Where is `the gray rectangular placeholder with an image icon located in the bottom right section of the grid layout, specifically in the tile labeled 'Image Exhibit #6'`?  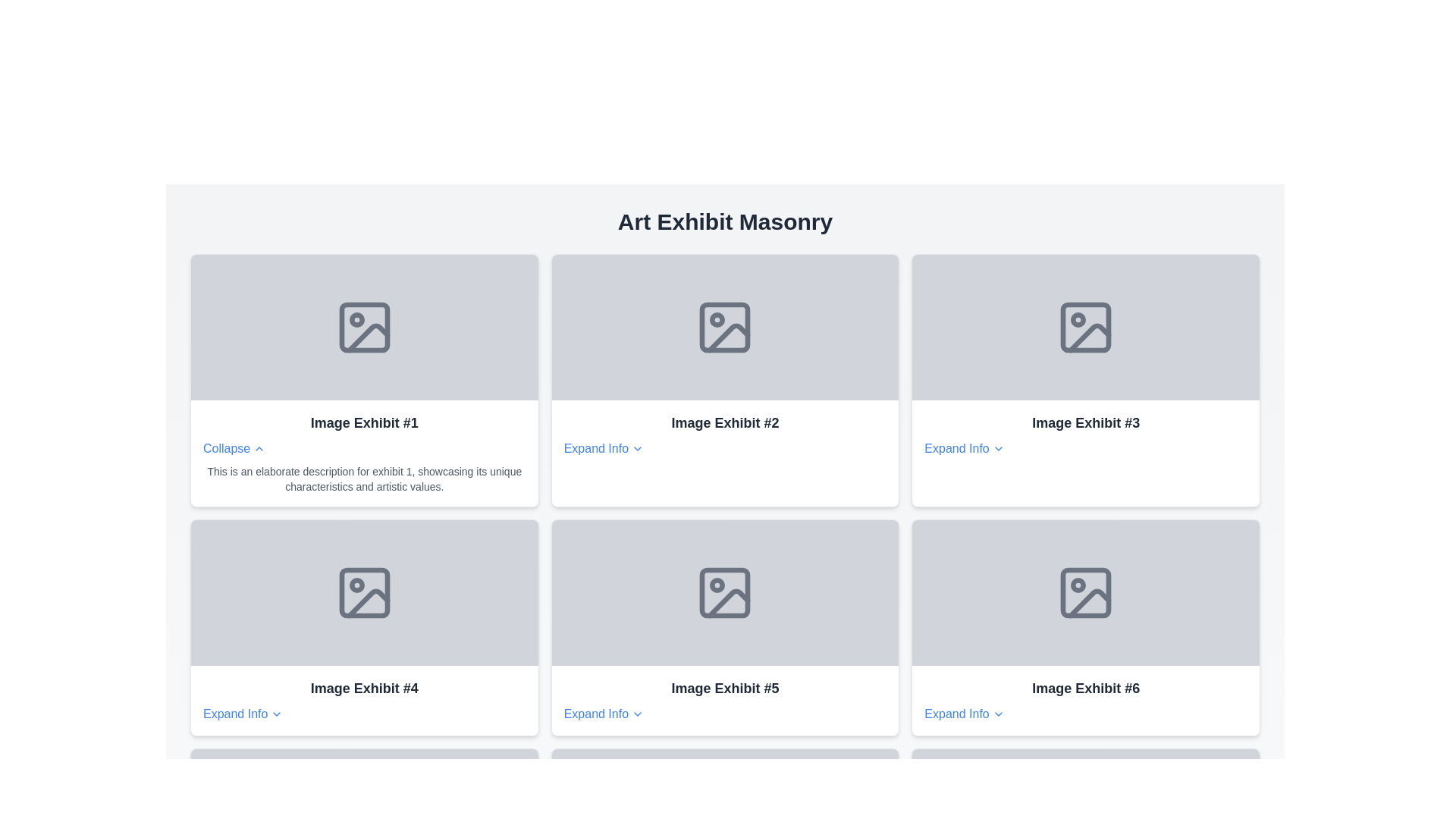
the gray rectangular placeholder with an image icon located in the bottom right section of the grid layout, specifically in the tile labeled 'Image Exhibit #6' is located at coordinates (1085, 592).